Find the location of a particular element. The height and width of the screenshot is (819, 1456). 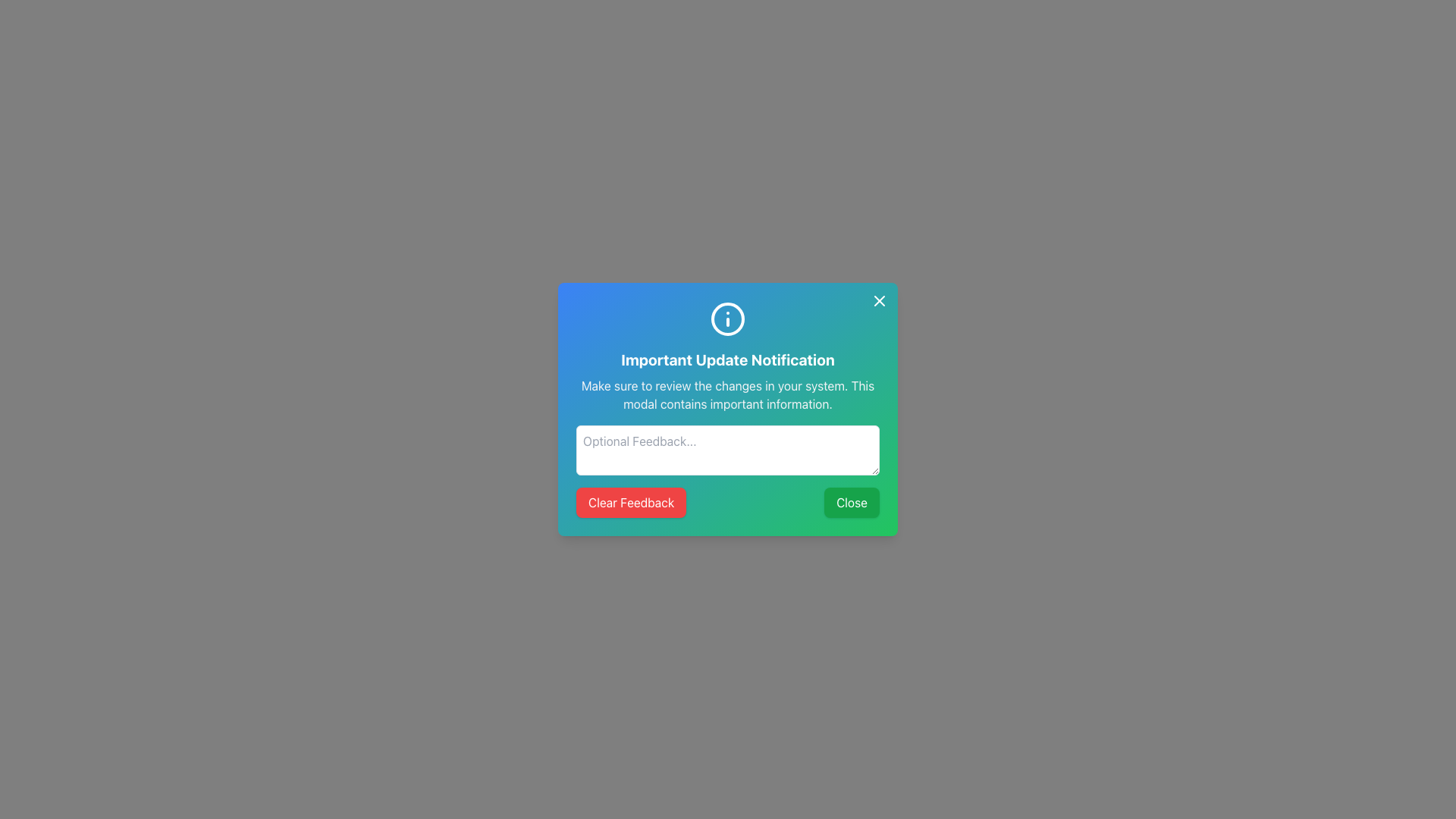

the close button located at the bottom-right corner of the modal window is located at coordinates (852, 503).